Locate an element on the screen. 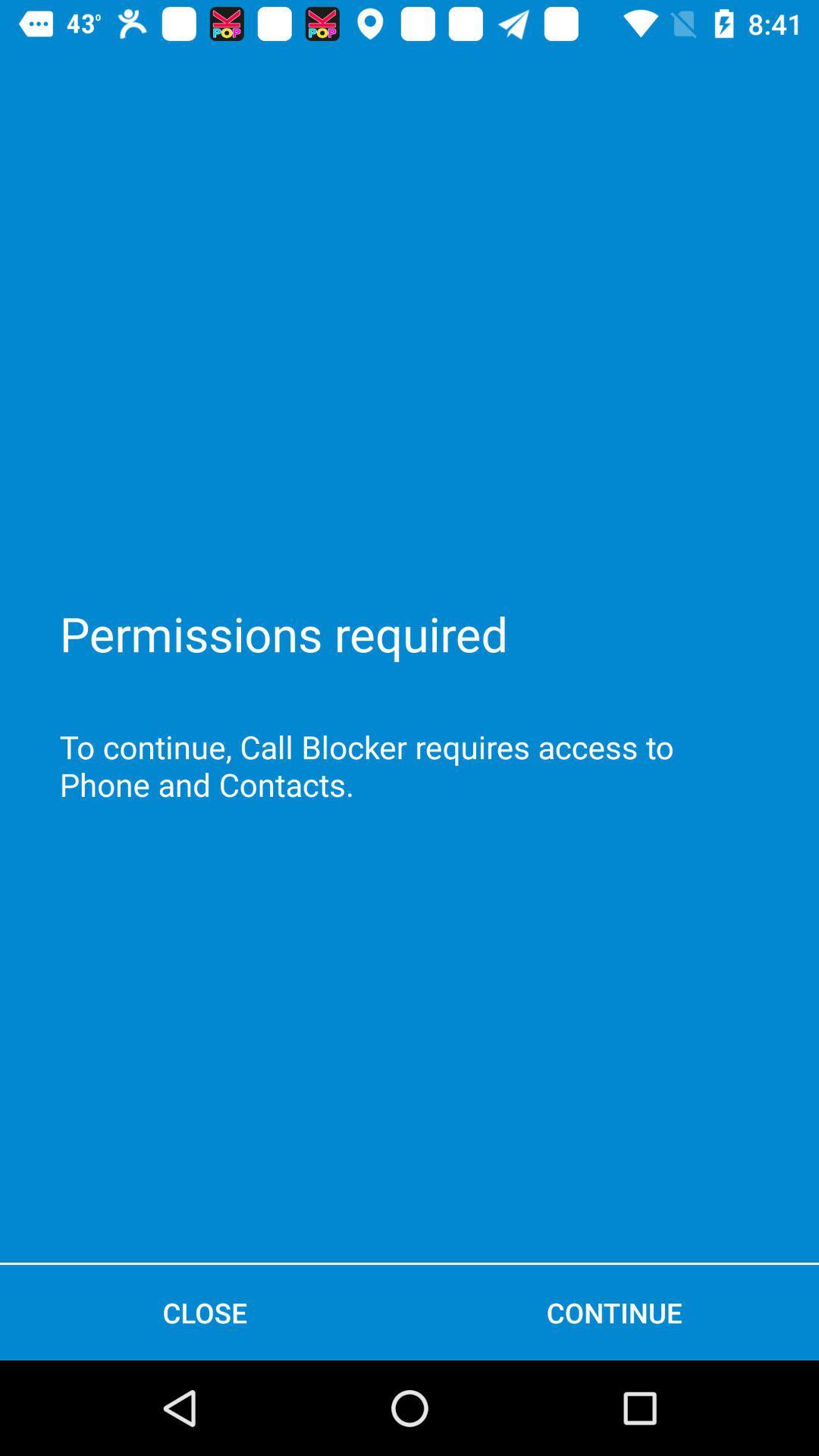 The height and width of the screenshot is (1456, 819). the icon next to the continue item is located at coordinates (205, 1312).